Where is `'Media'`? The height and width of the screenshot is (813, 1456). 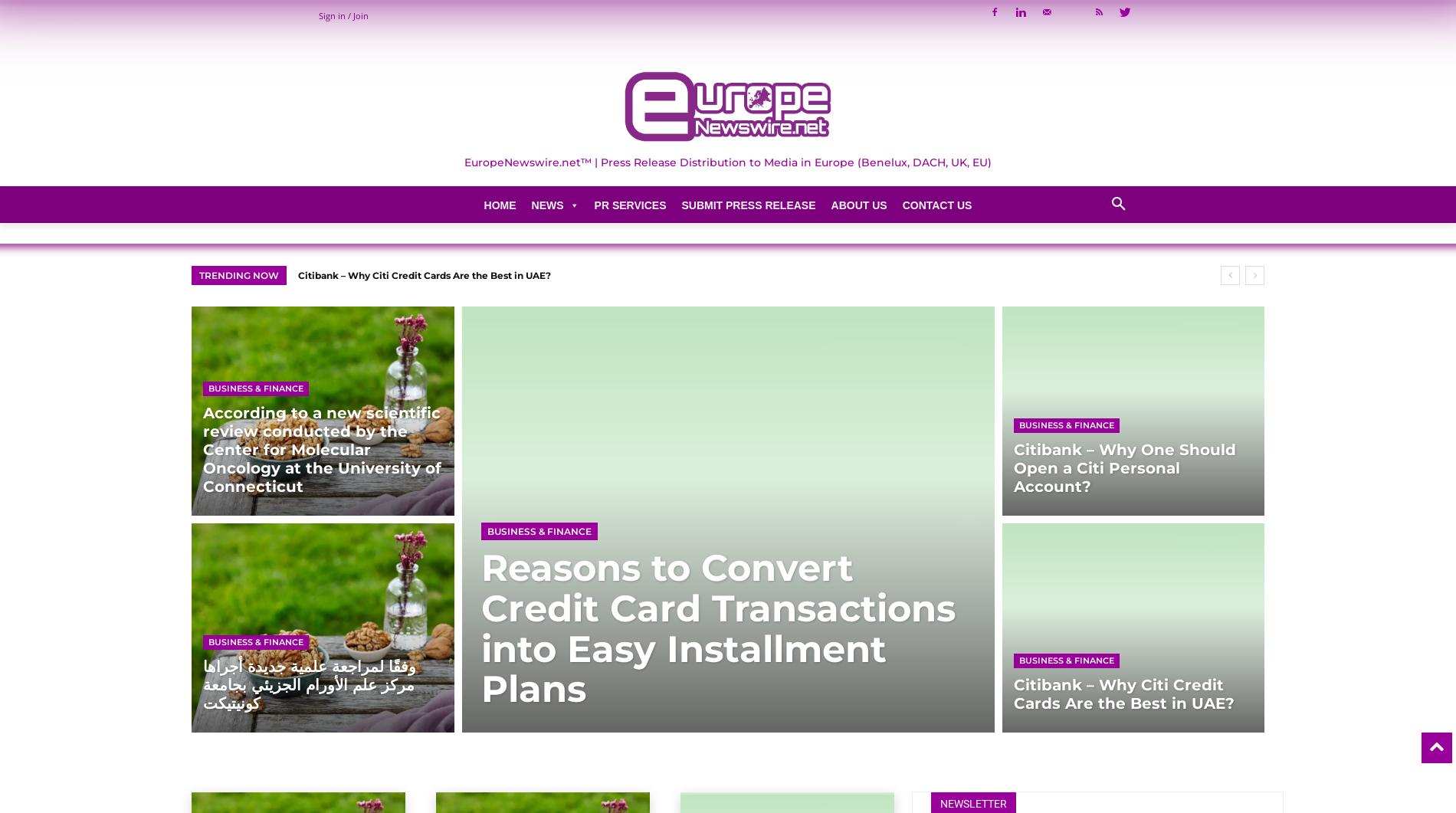 'Media' is located at coordinates (543, 451).